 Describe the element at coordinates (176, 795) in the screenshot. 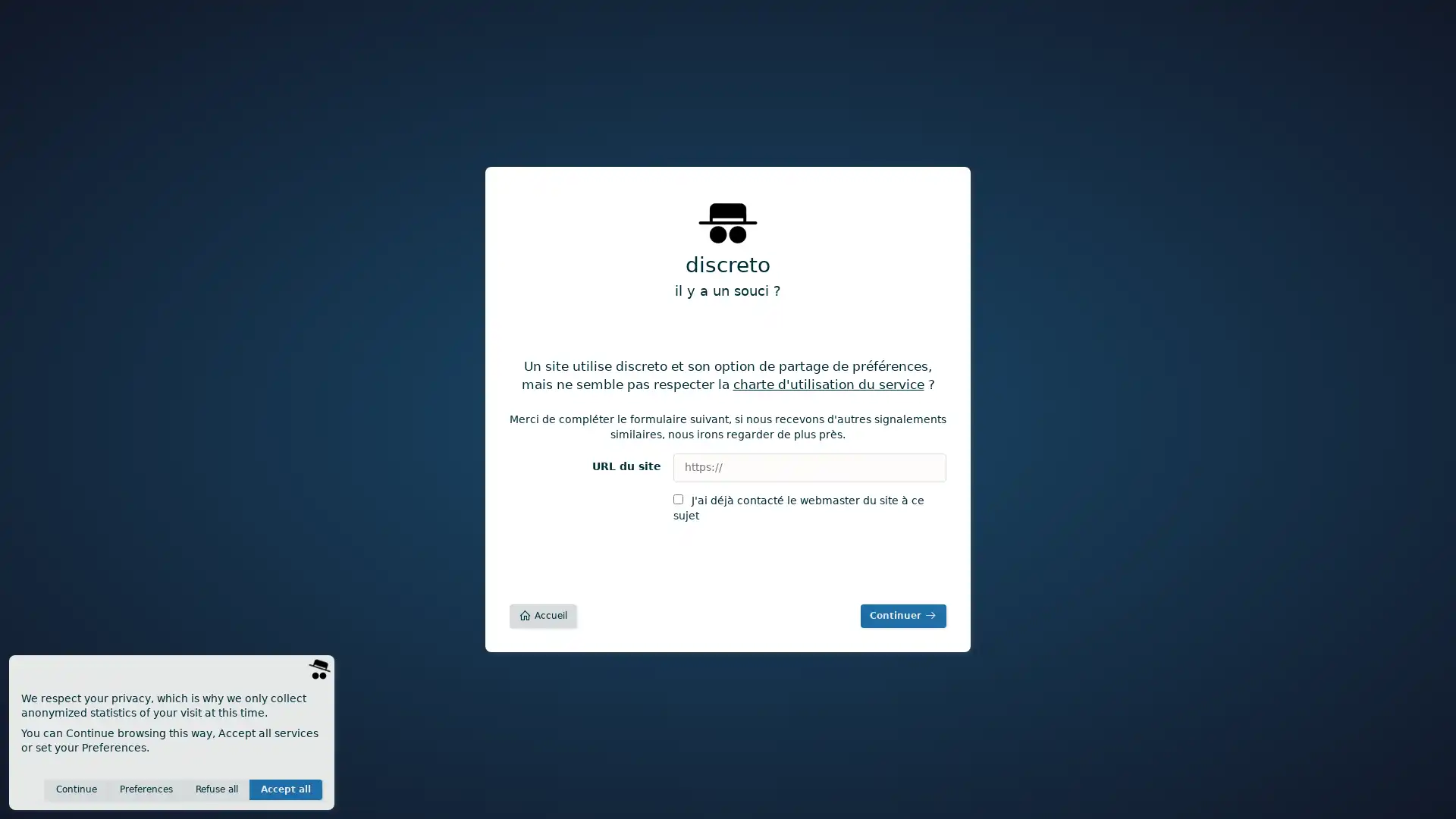

I see `Anonymous` at that location.